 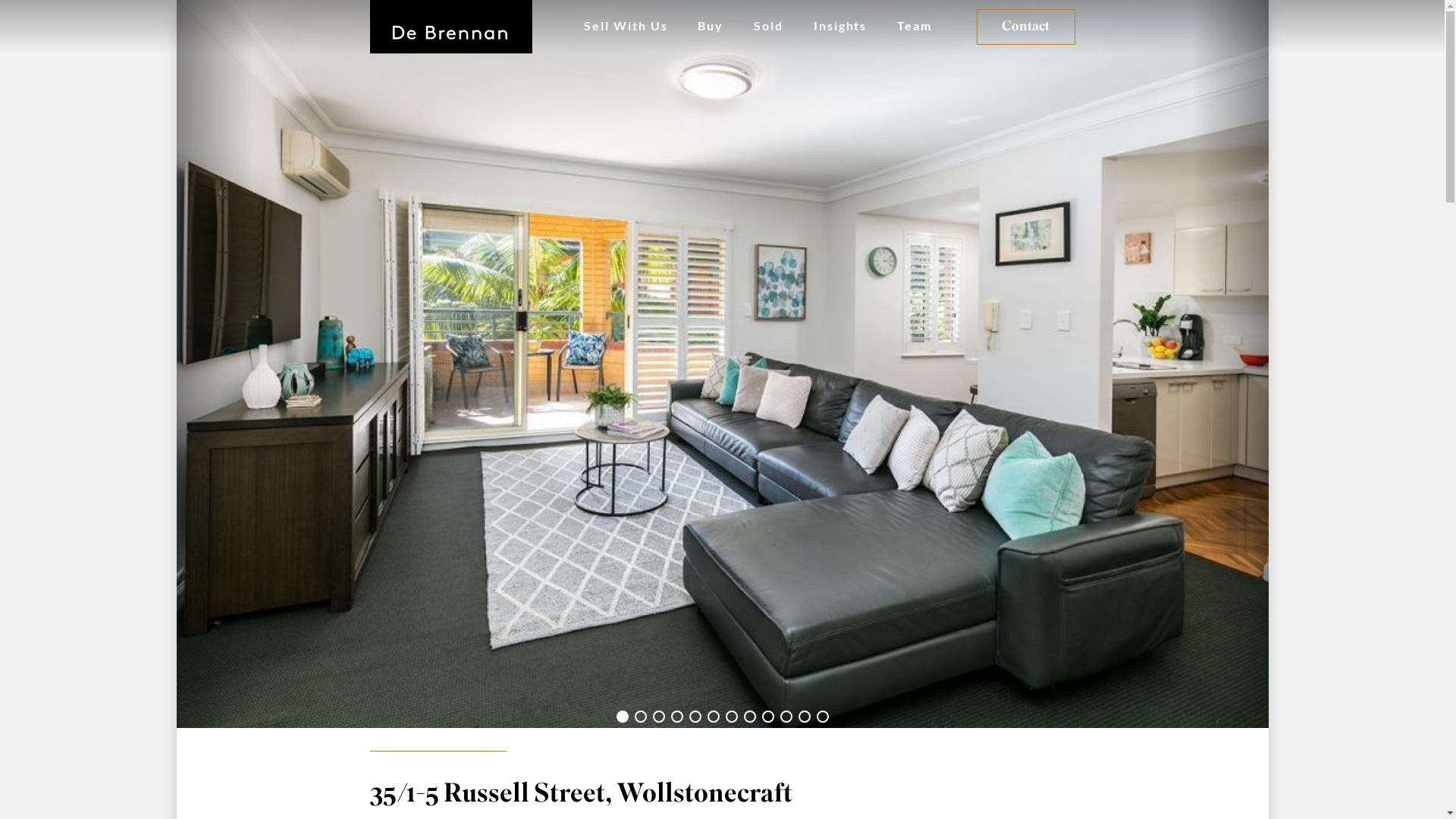 I want to click on '10', so click(x=786, y=717).